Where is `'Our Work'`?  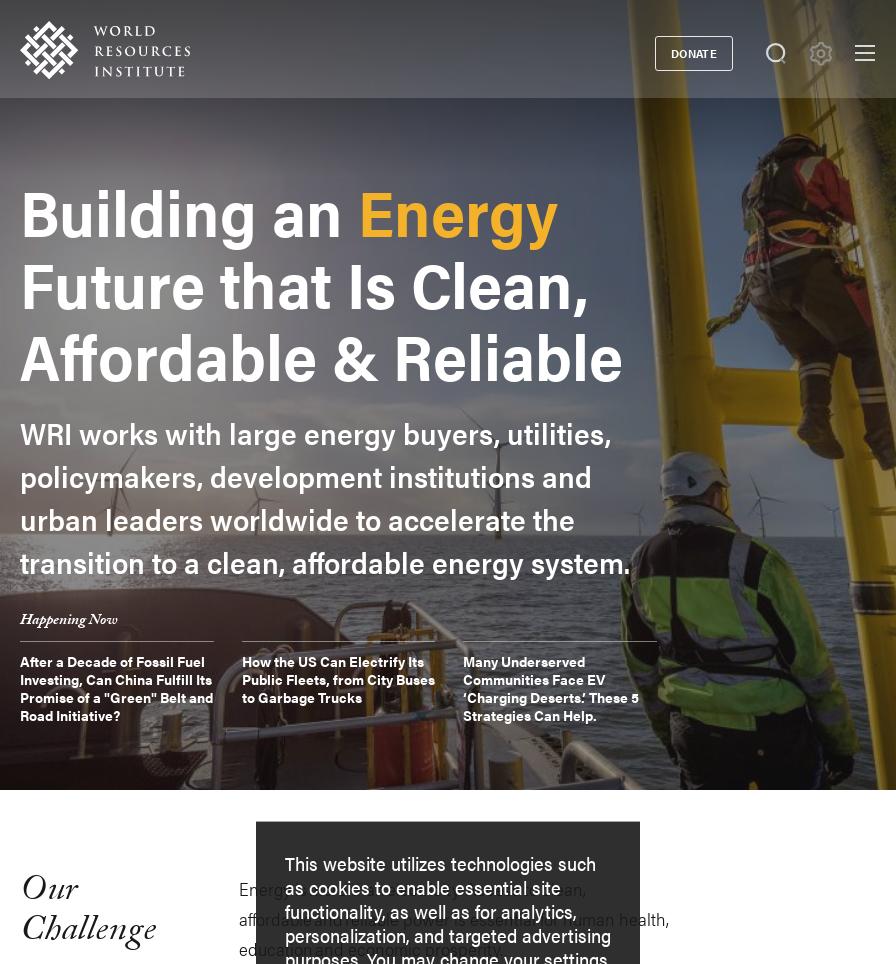
'Our Work' is located at coordinates (60, 310).